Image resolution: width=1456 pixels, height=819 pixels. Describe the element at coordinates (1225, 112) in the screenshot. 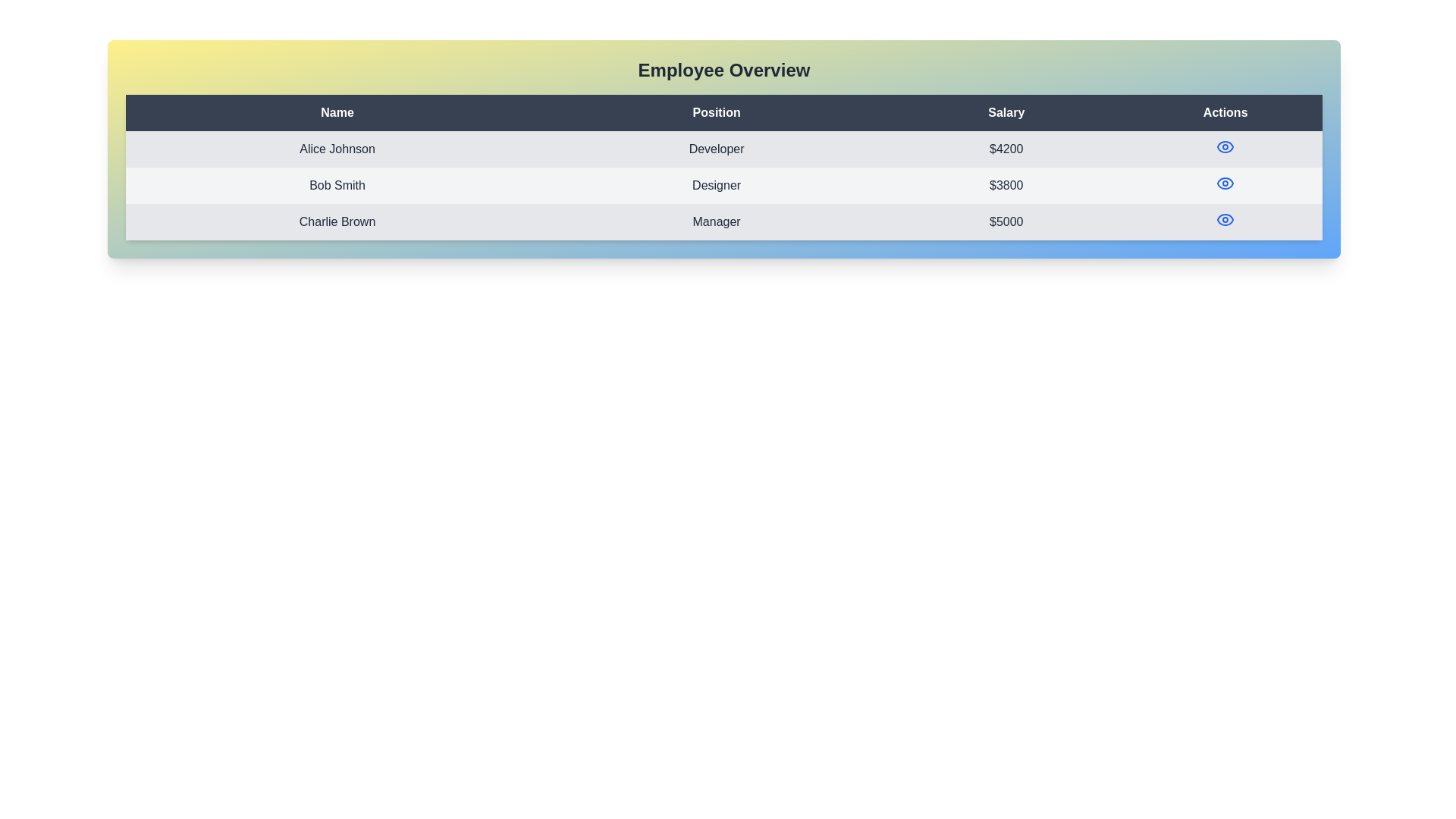

I see `the 'Actions' column header cell in the table, which is the fourth column header located in the top-right corner` at that location.